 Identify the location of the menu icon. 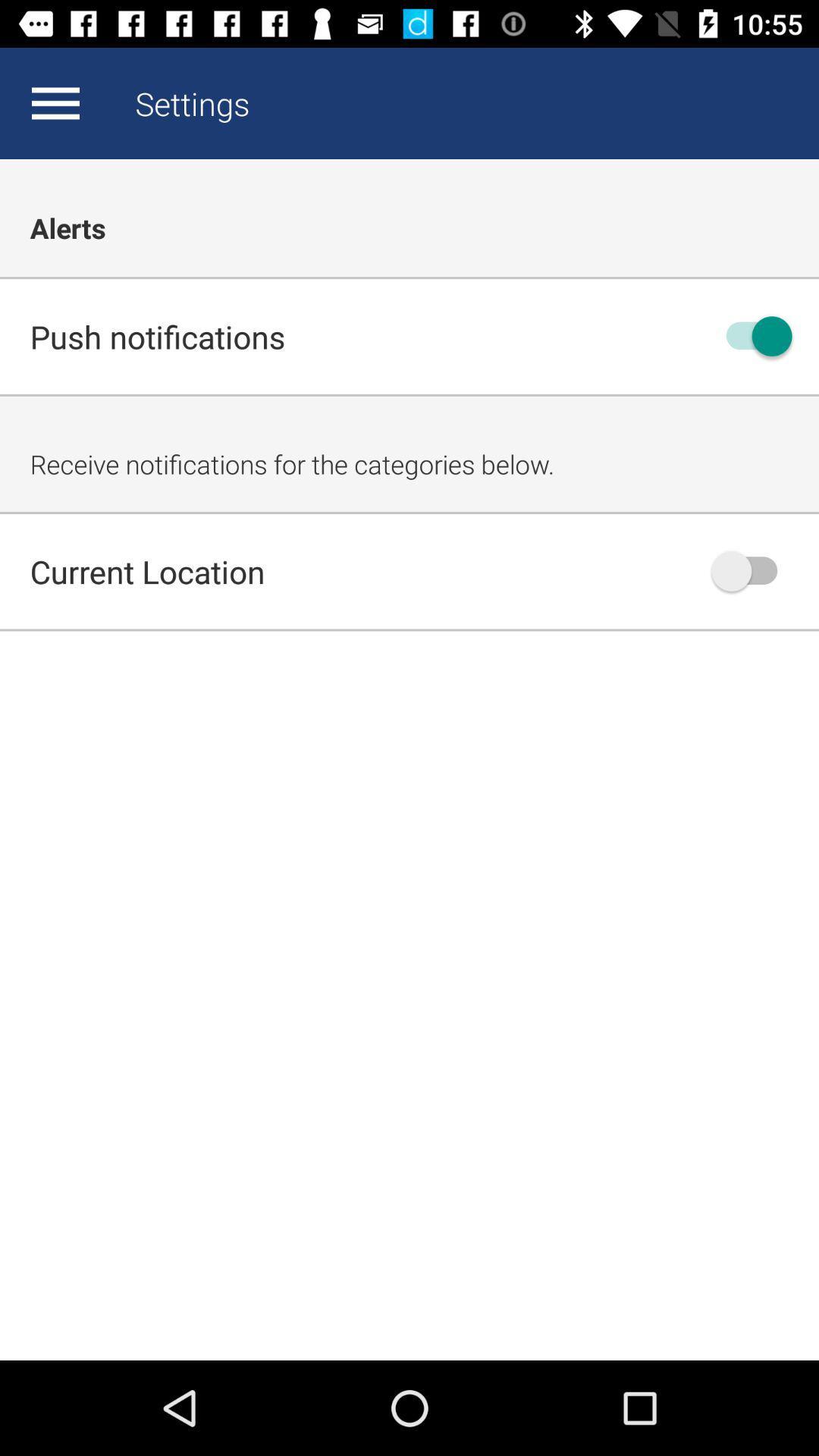
(55, 102).